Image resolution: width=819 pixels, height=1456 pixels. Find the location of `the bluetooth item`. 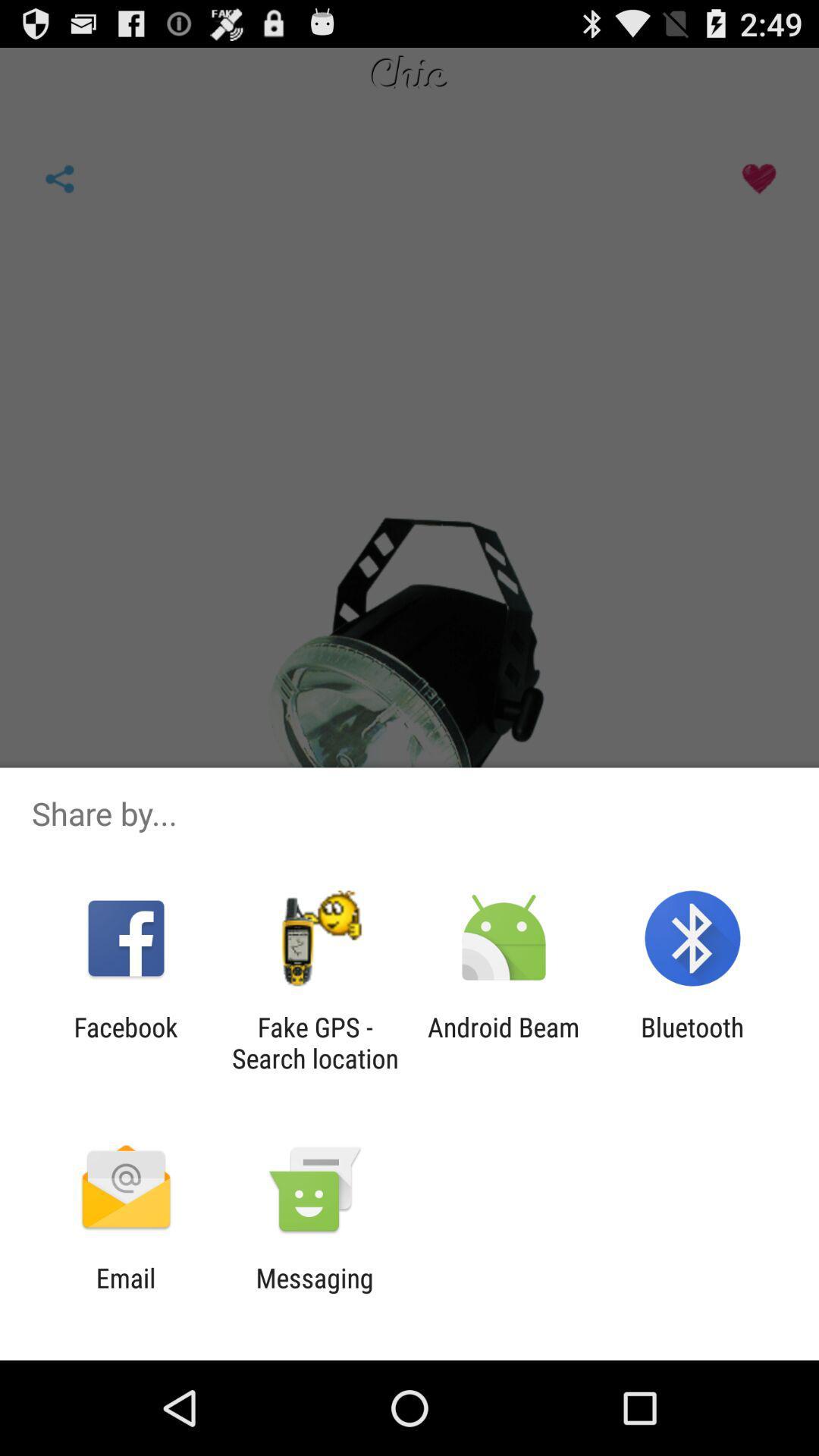

the bluetooth item is located at coordinates (692, 1042).